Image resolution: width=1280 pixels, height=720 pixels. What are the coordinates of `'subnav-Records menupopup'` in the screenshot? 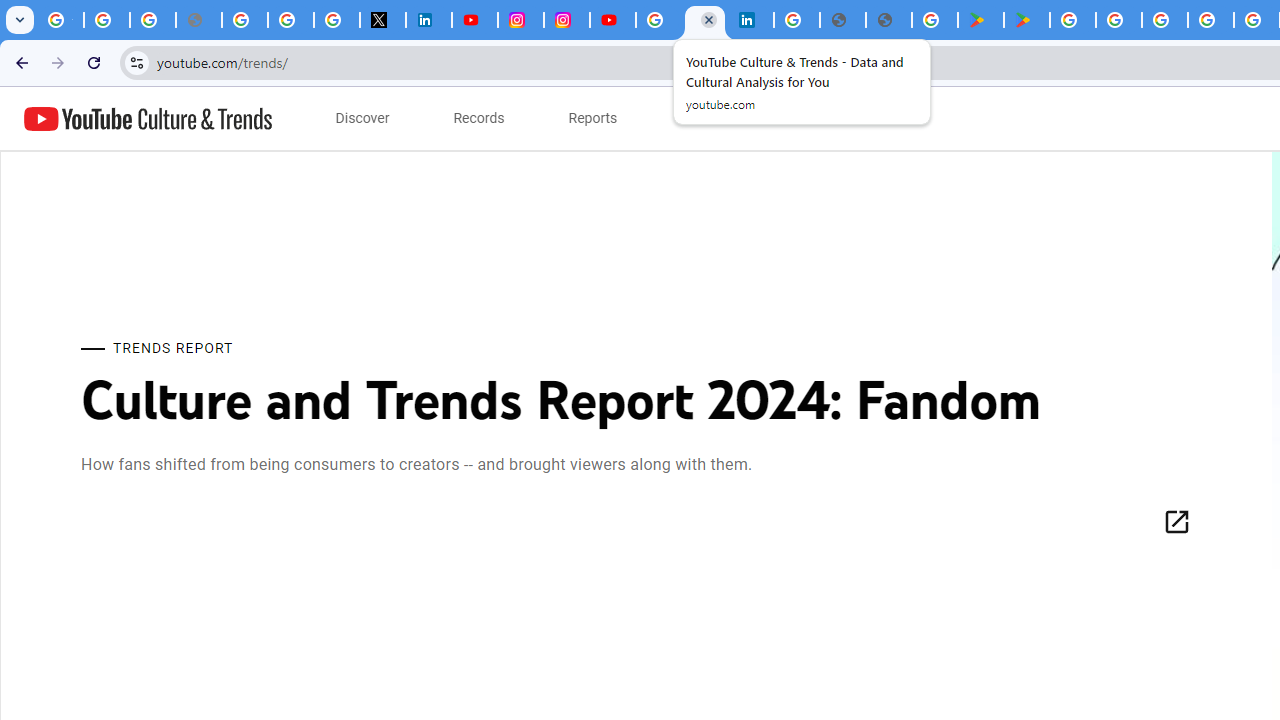 It's located at (478, 118).